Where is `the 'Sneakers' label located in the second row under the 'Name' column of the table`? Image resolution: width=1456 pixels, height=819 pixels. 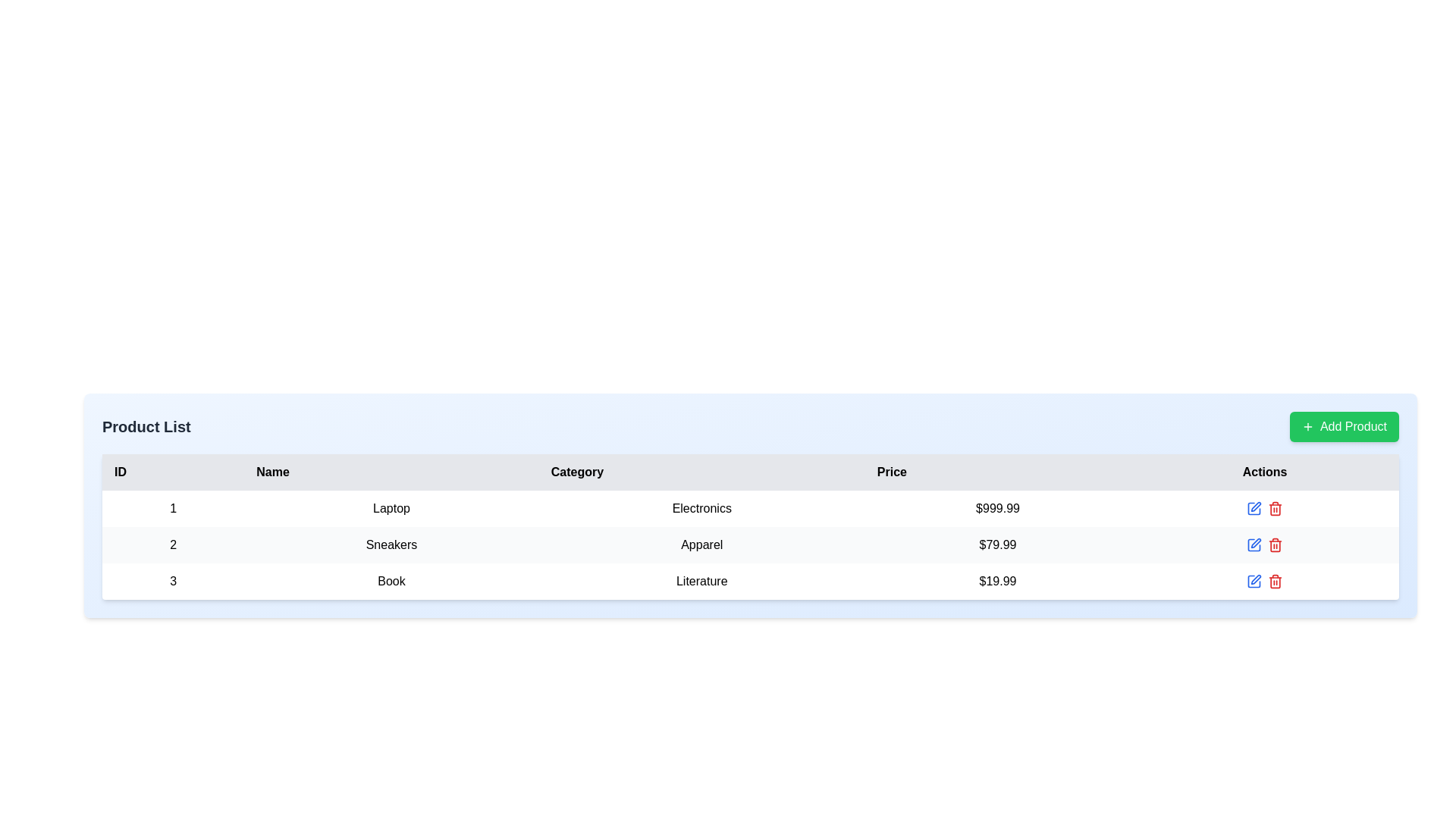
the 'Sneakers' label located in the second row under the 'Name' column of the table is located at coordinates (391, 544).